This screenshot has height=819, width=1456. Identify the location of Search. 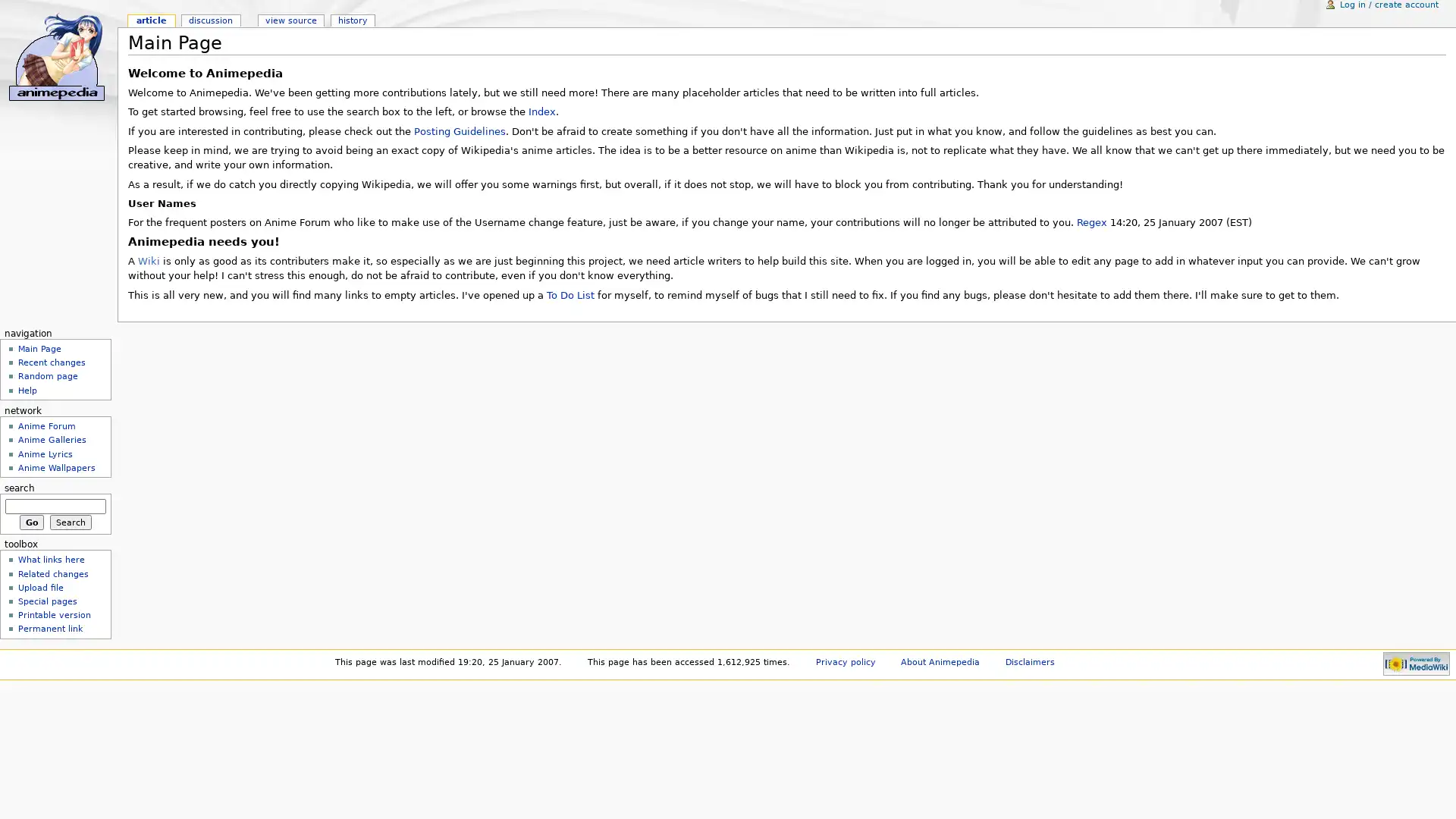
(70, 520).